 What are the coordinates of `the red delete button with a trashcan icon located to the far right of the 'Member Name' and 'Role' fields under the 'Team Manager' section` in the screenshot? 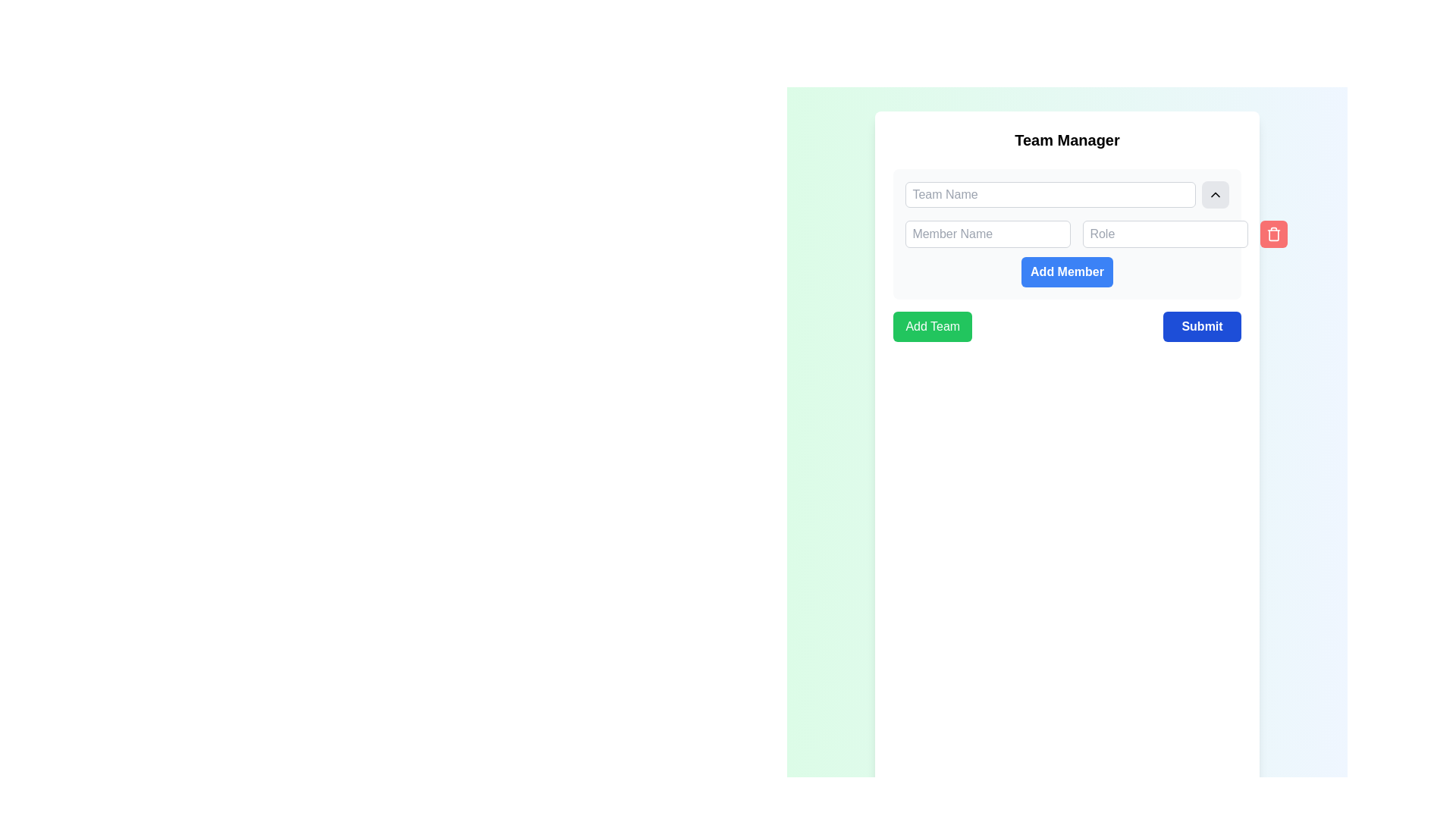 It's located at (1274, 234).